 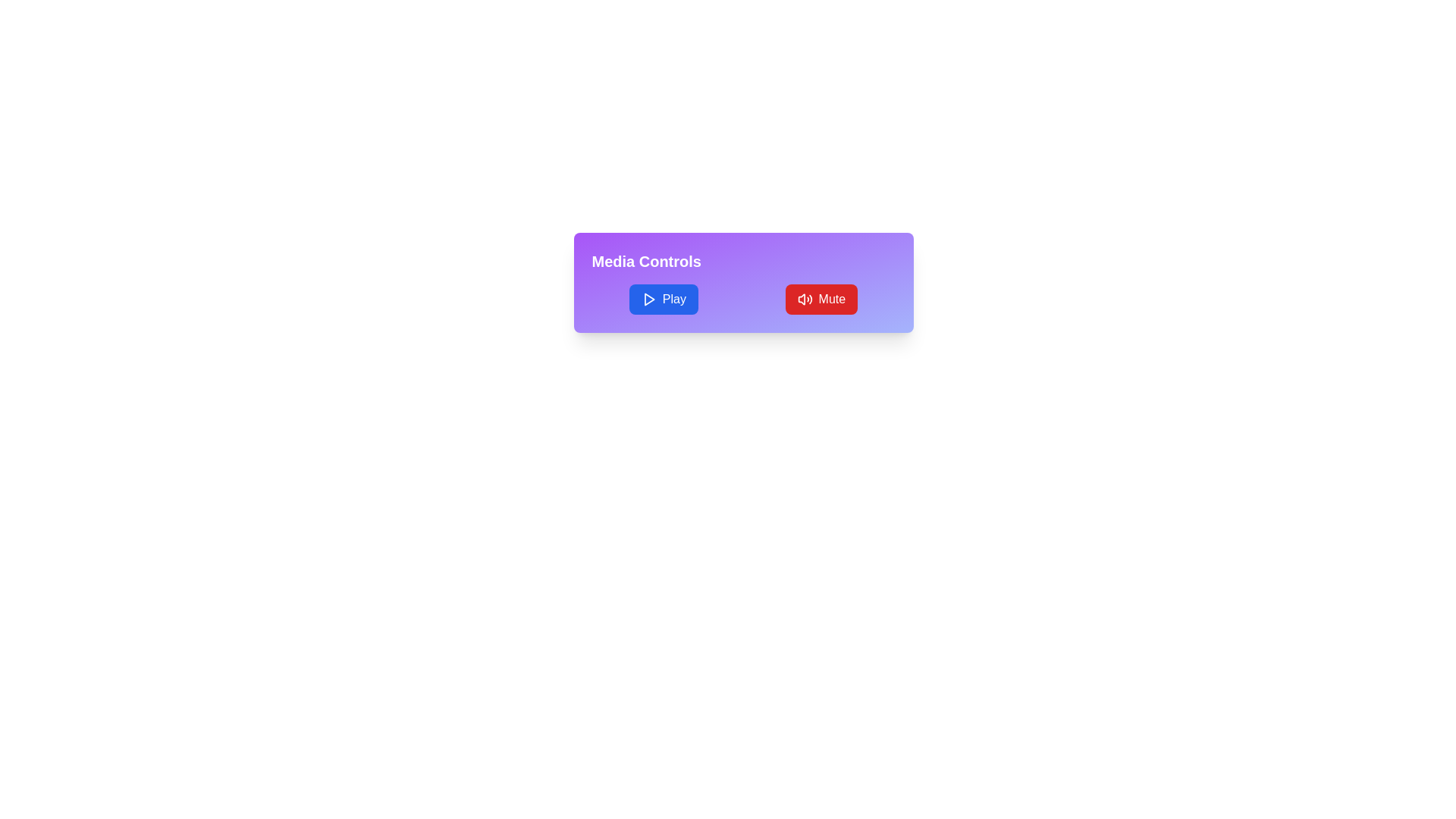 I want to click on the 'Play' button to inspect its behavior and visual feedback, so click(x=663, y=299).